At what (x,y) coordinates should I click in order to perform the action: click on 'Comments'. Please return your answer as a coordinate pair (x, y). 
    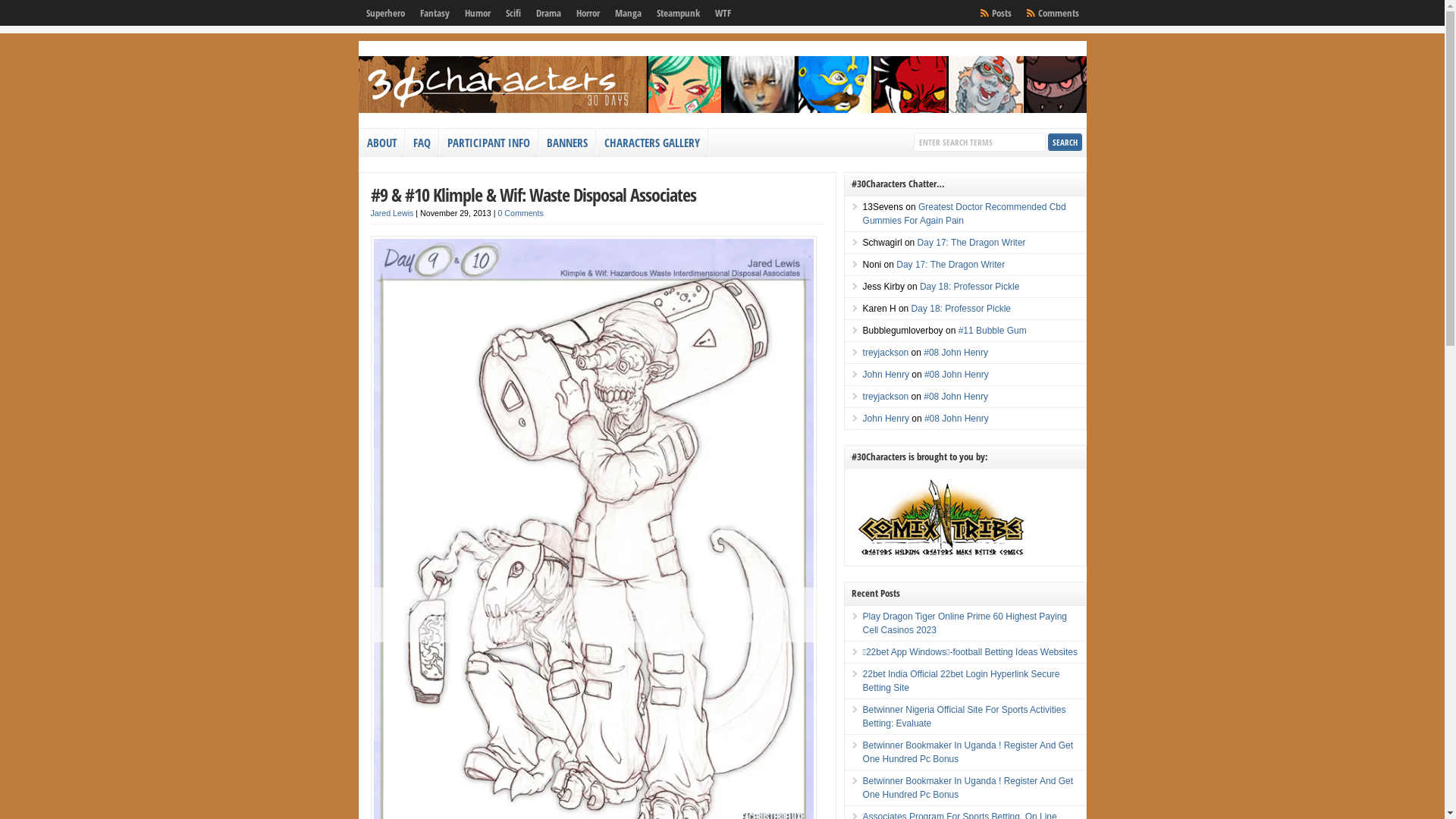
    Looking at the image, I should click on (1030, 12).